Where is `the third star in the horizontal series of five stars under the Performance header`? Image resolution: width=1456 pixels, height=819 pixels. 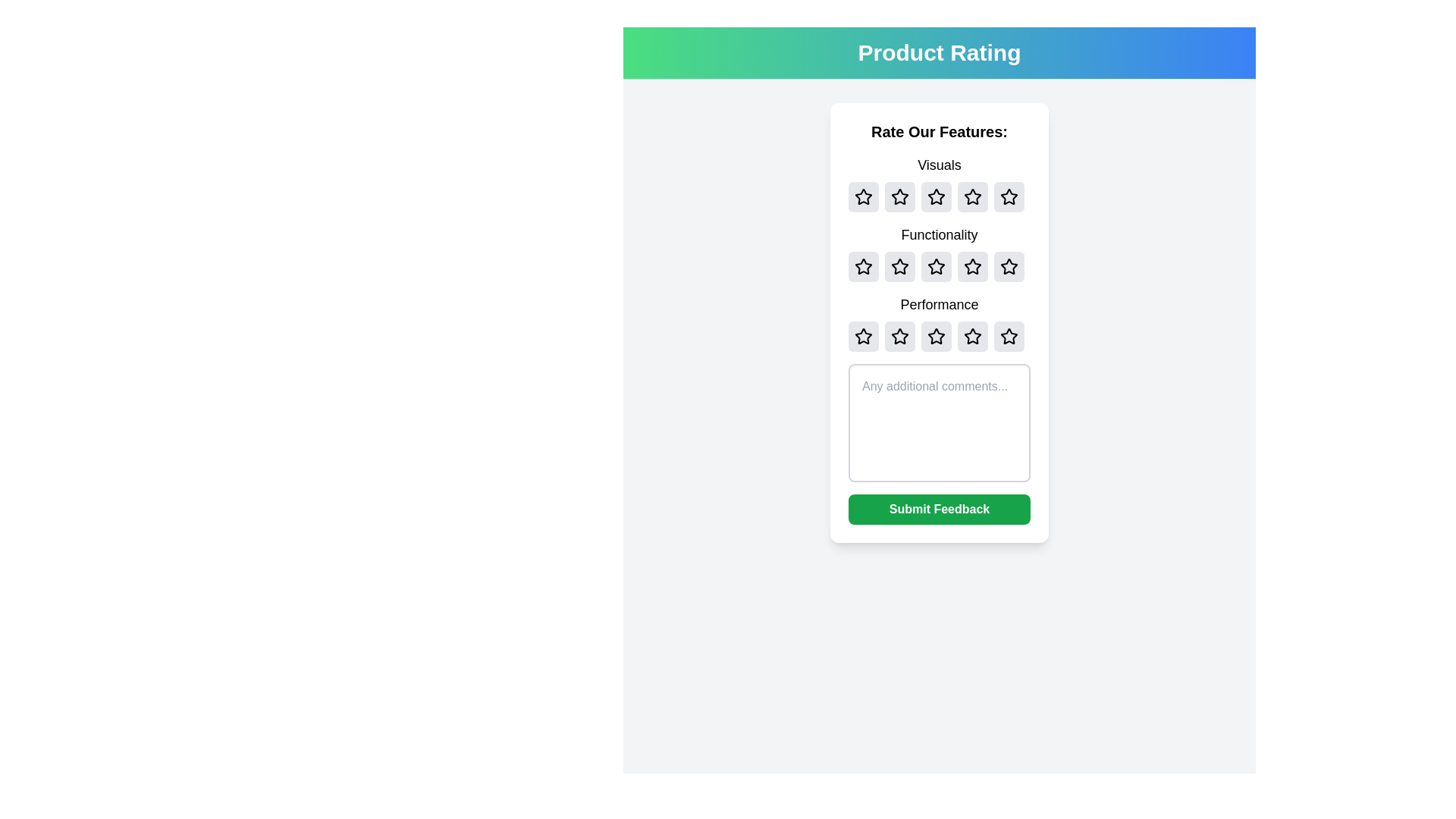
the third star in the horizontal series of five stars under the Performance header is located at coordinates (935, 335).